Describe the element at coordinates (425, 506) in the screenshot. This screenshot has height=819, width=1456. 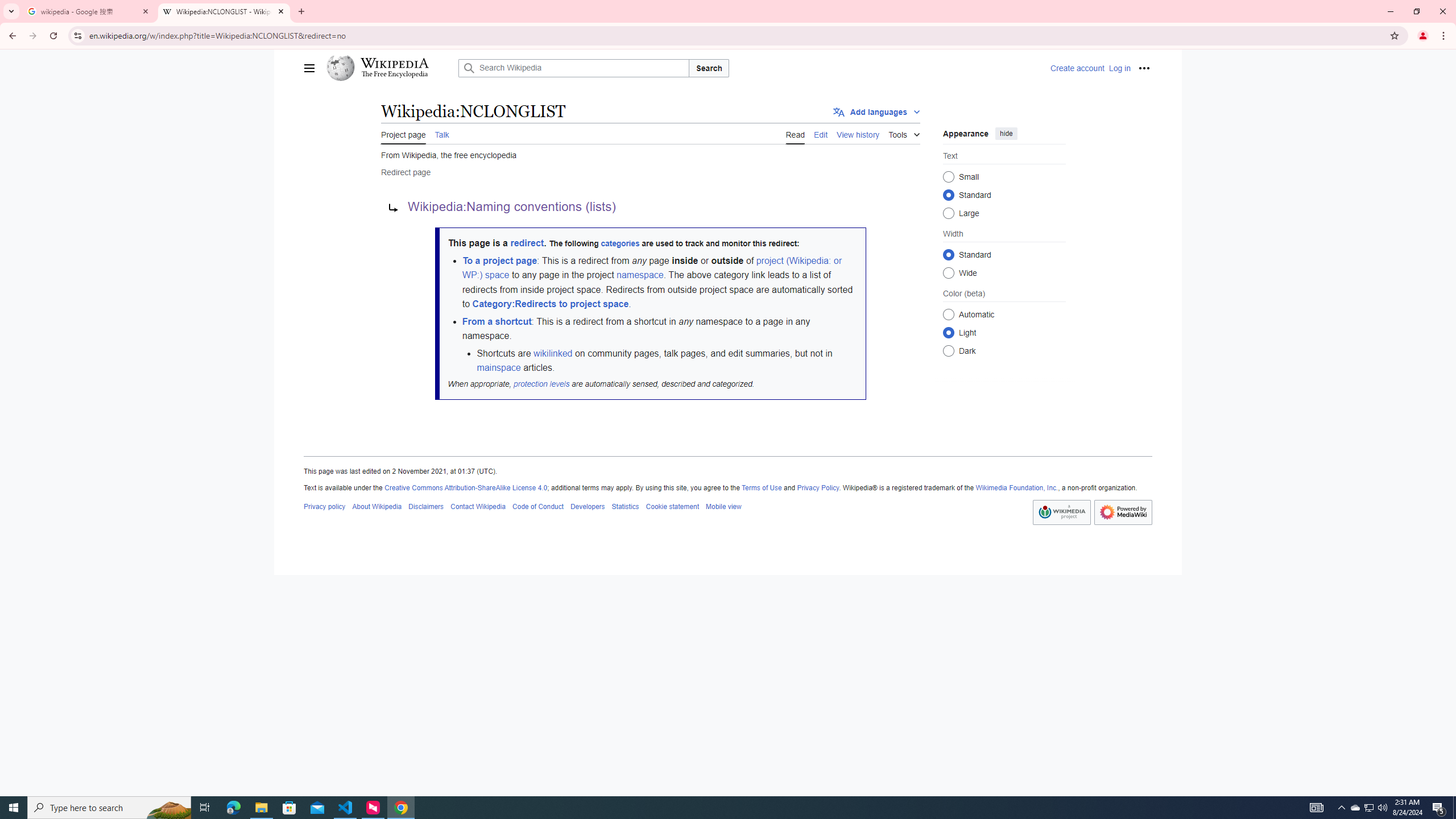
I see `'AutomationID: footer-places-disclaimers'` at that location.